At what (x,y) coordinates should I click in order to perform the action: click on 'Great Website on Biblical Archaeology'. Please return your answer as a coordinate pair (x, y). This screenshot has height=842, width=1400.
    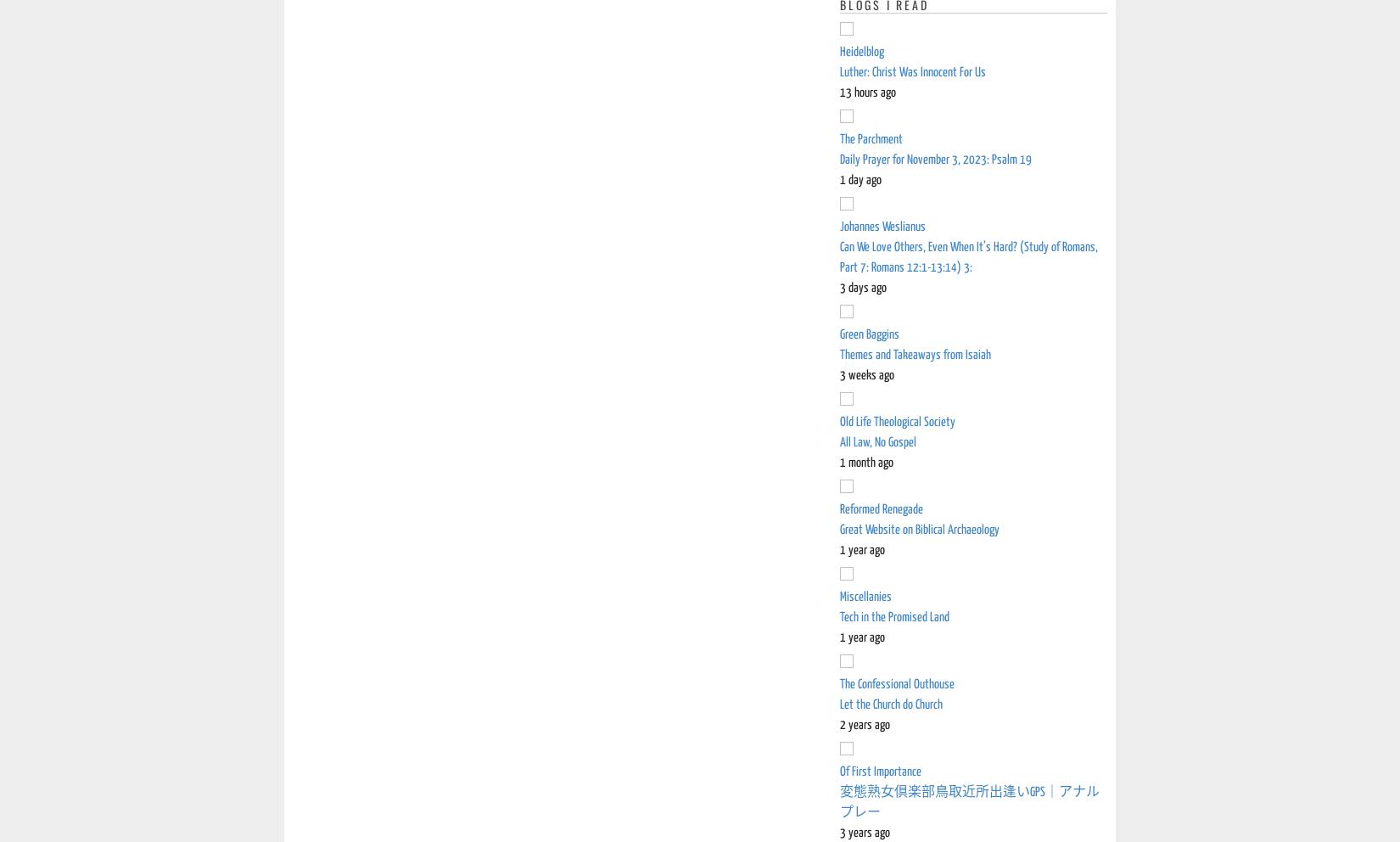
    Looking at the image, I should click on (920, 530).